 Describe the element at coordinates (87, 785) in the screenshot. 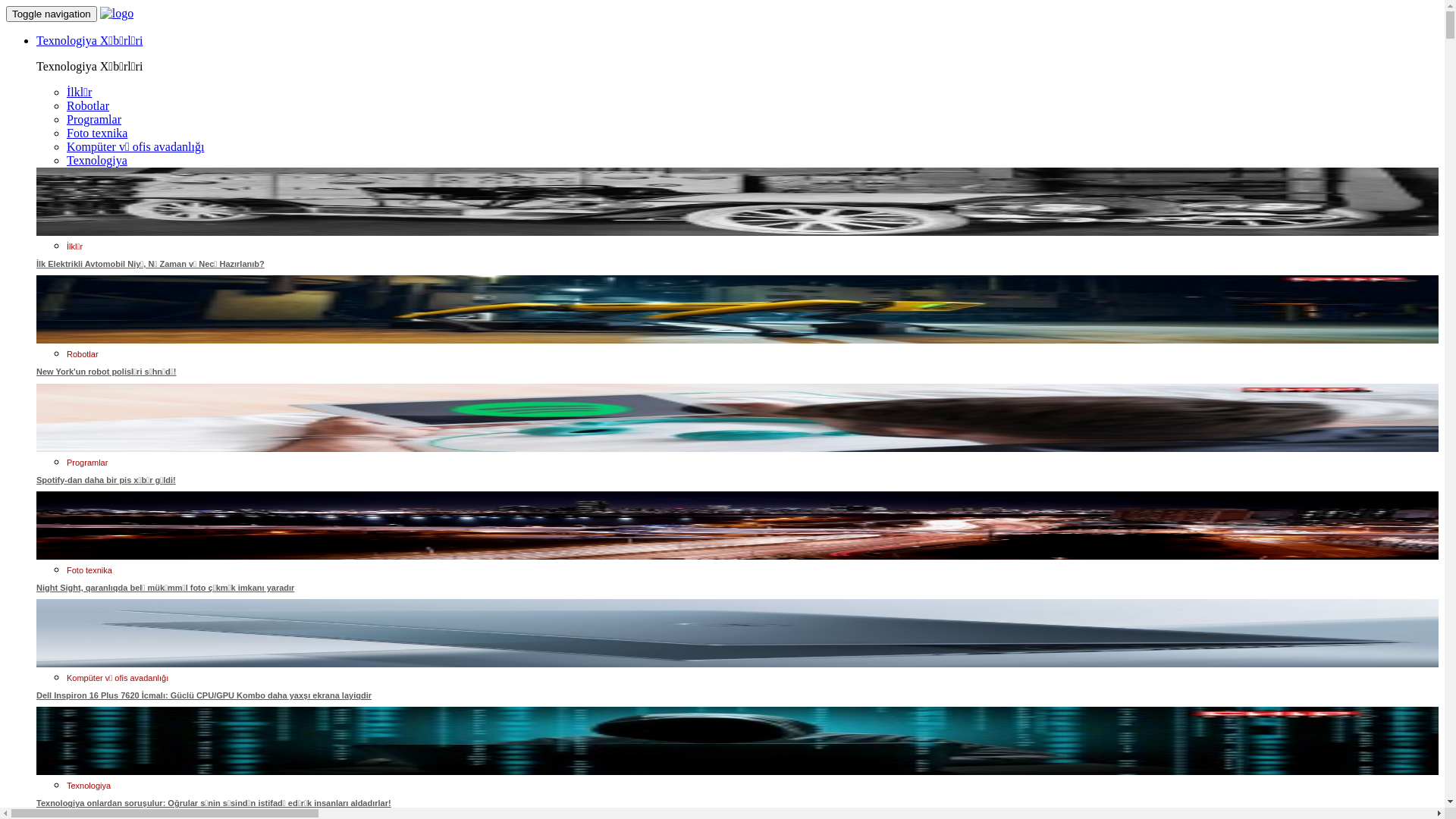

I see `'Texnologiya'` at that location.